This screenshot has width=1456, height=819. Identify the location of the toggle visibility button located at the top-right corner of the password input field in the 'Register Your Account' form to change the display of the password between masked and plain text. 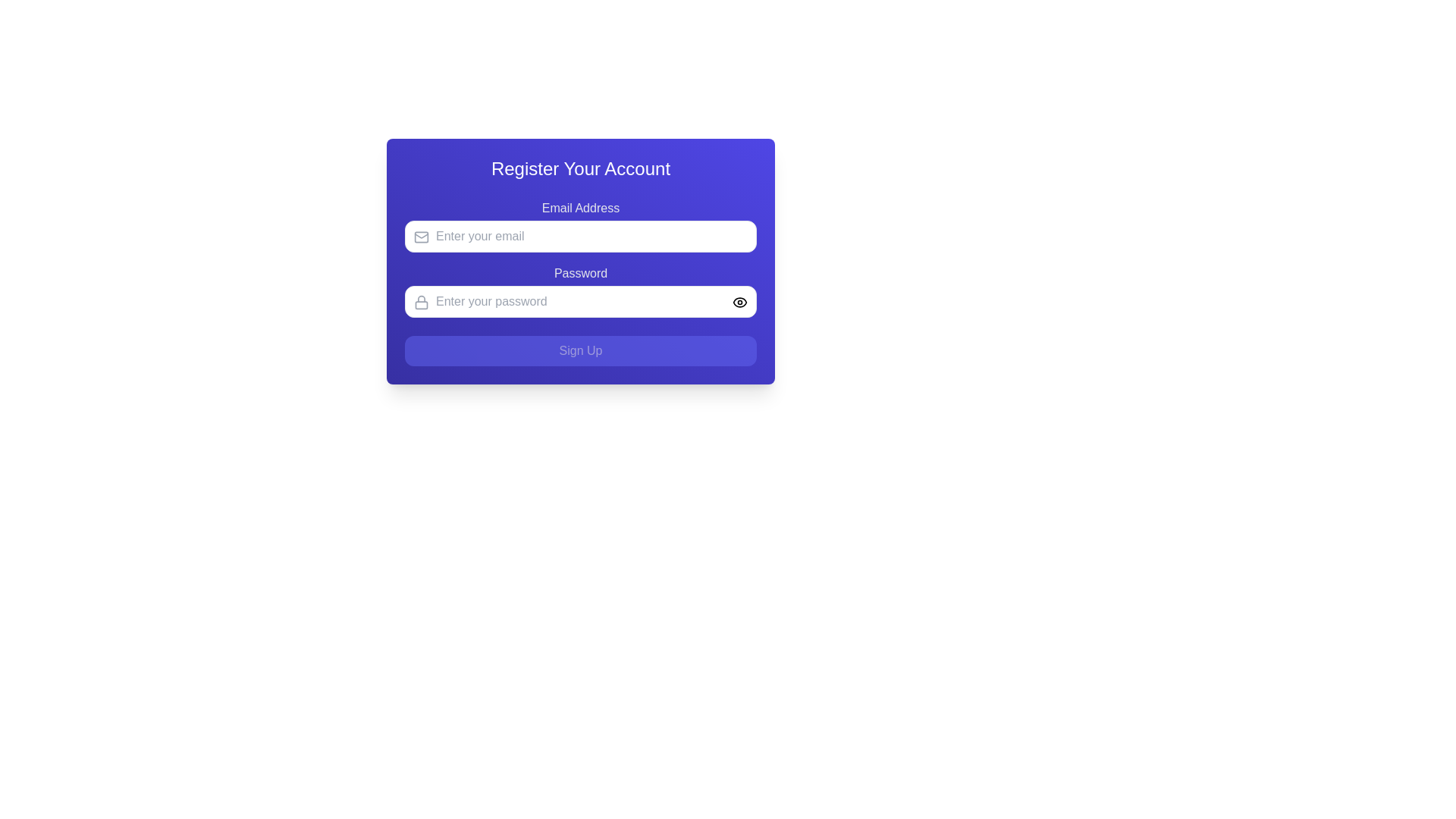
(739, 302).